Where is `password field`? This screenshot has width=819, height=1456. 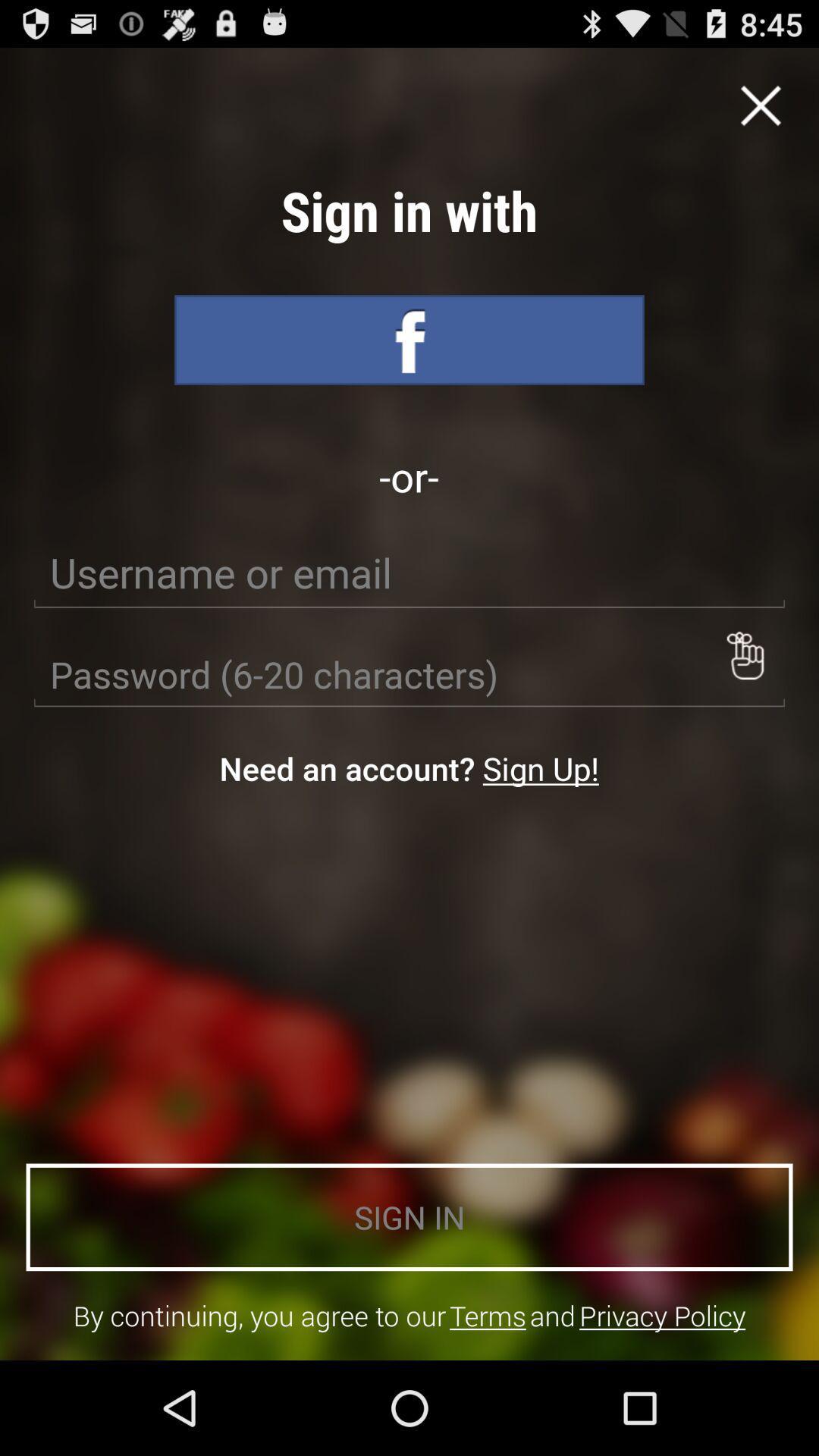 password field is located at coordinates (409, 674).